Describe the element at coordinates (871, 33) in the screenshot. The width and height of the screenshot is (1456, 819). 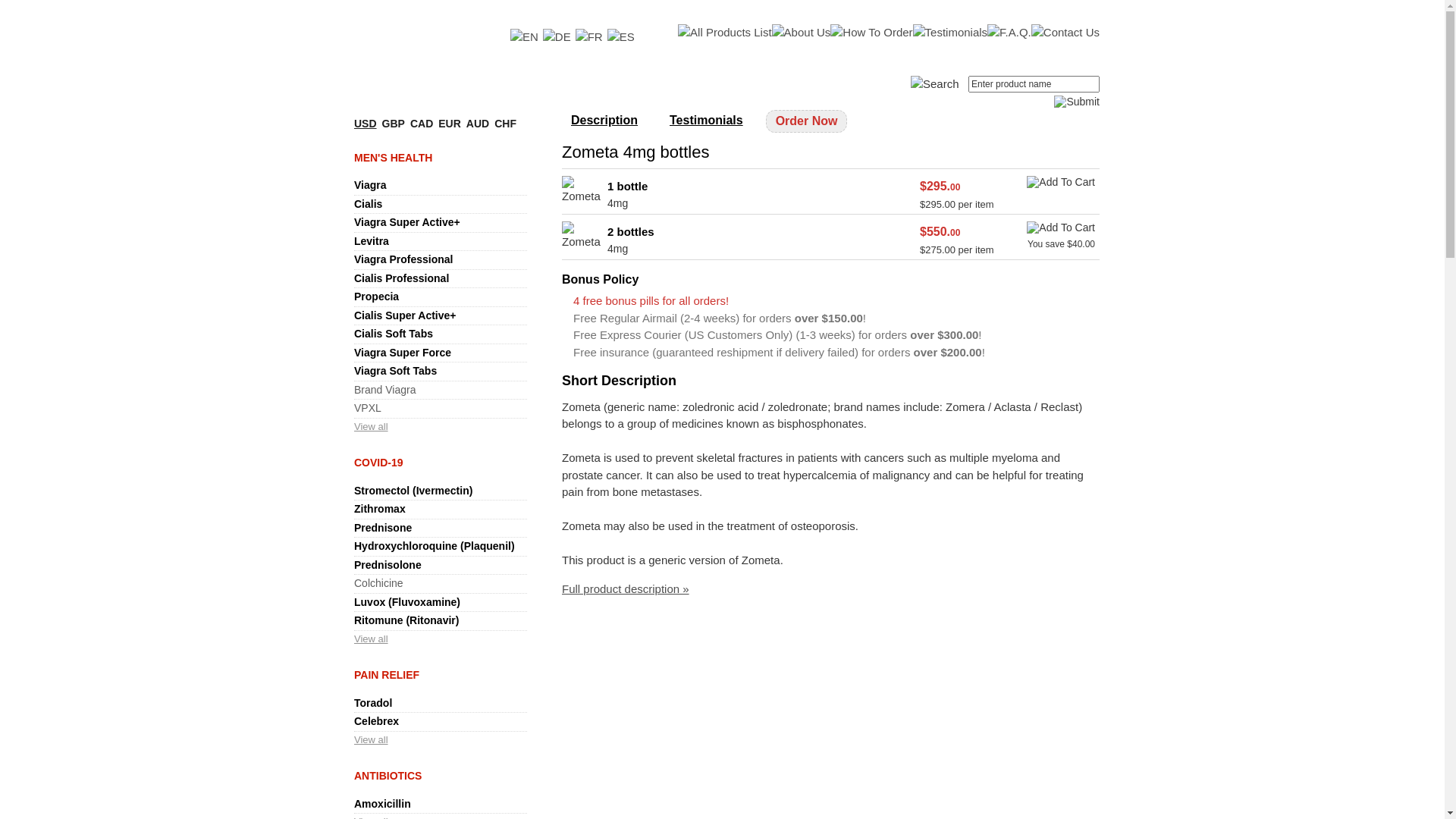
I see `'How To Order'` at that location.